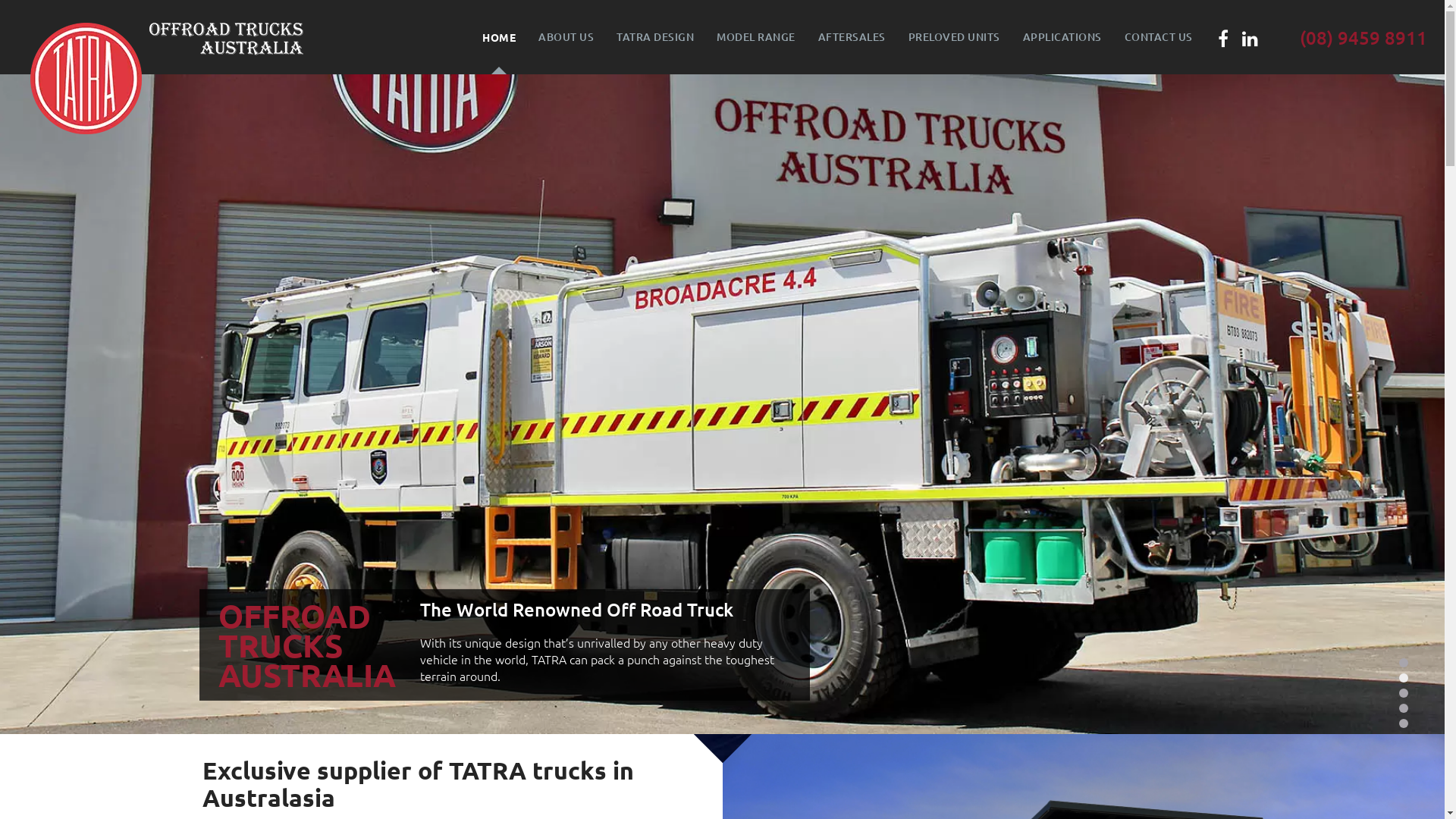 The height and width of the screenshot is (819, 1456). I want to click on '1', so click(1398, 662).